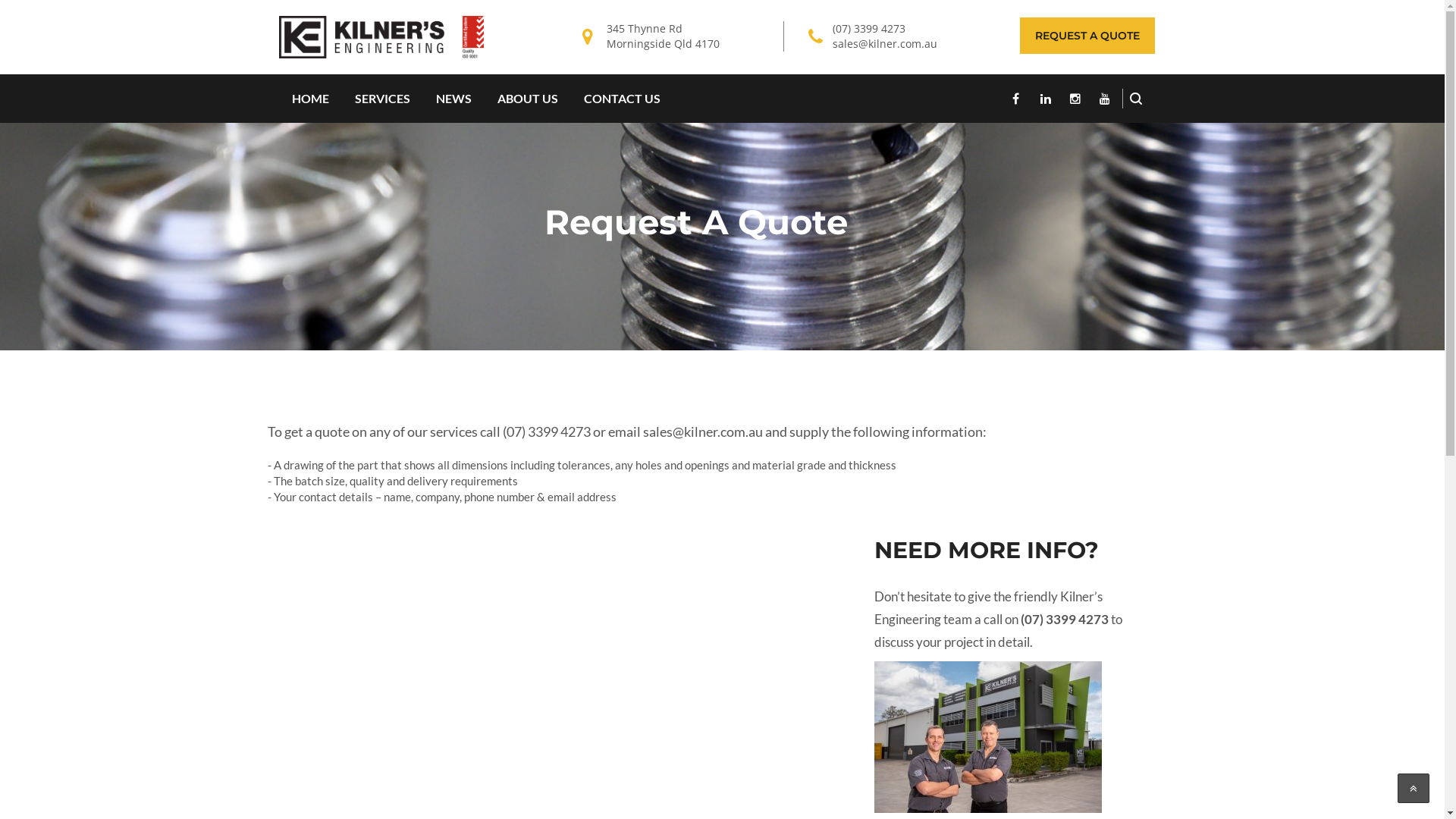 The height and width of the screenshot is (819, 1456). Describe the element at coordinates (309, 99) in the screenshot. I see `'HOME'` at that location.